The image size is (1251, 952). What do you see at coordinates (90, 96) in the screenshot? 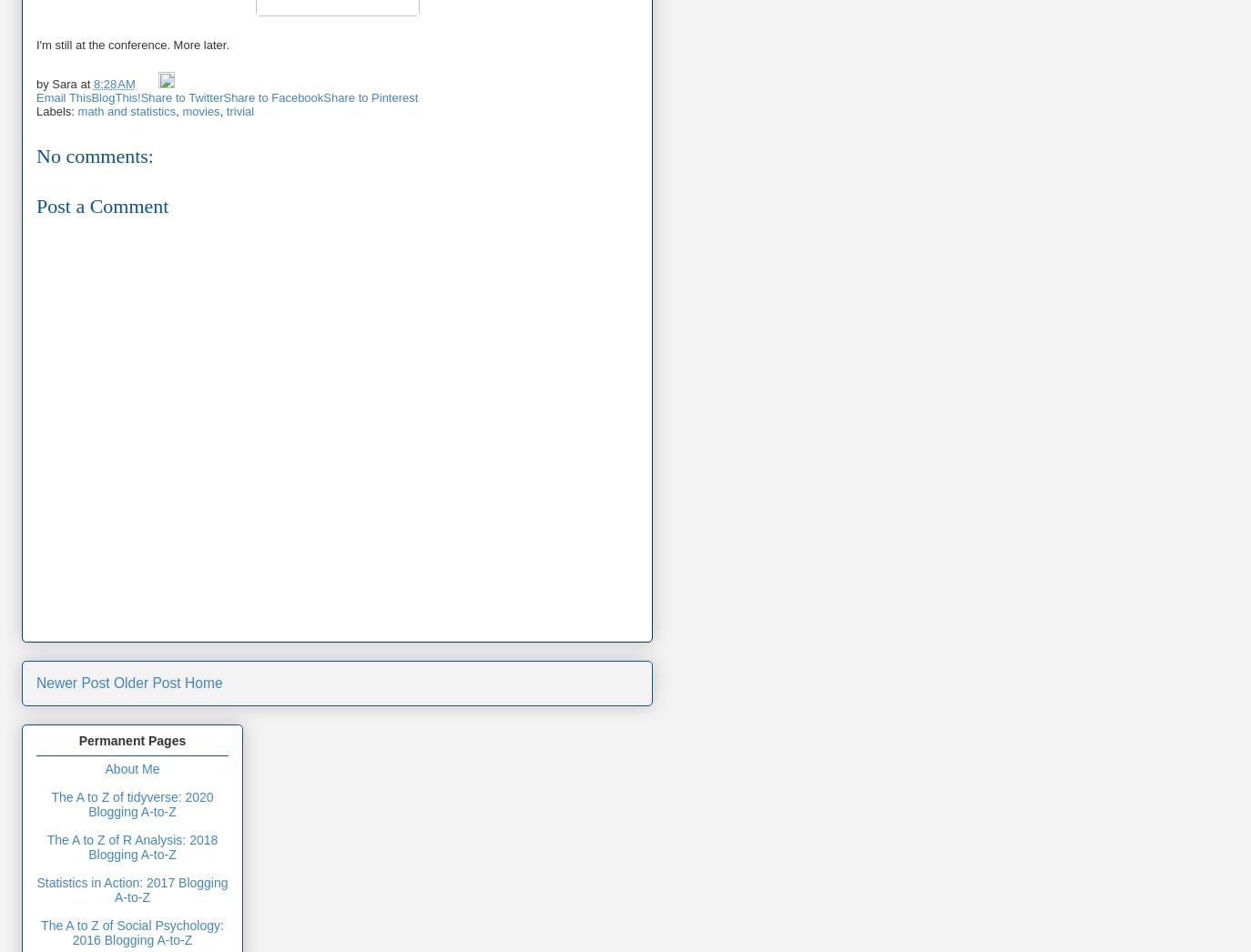
I see `'BlogThis!'` at bounding box center [90, 96].